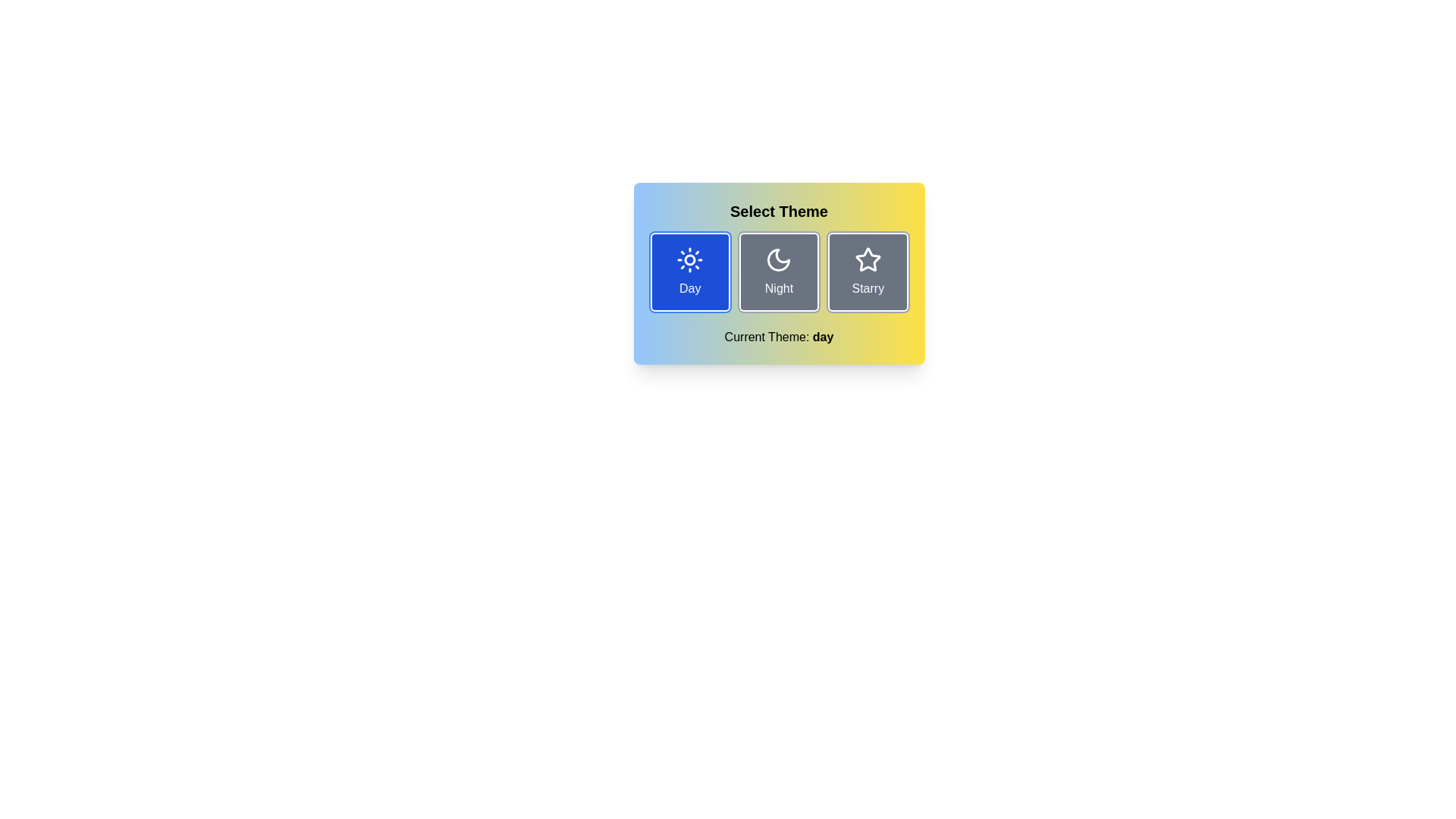  I want to click on the theme button labeled Starry to toggle the theme, so click(867, 271).